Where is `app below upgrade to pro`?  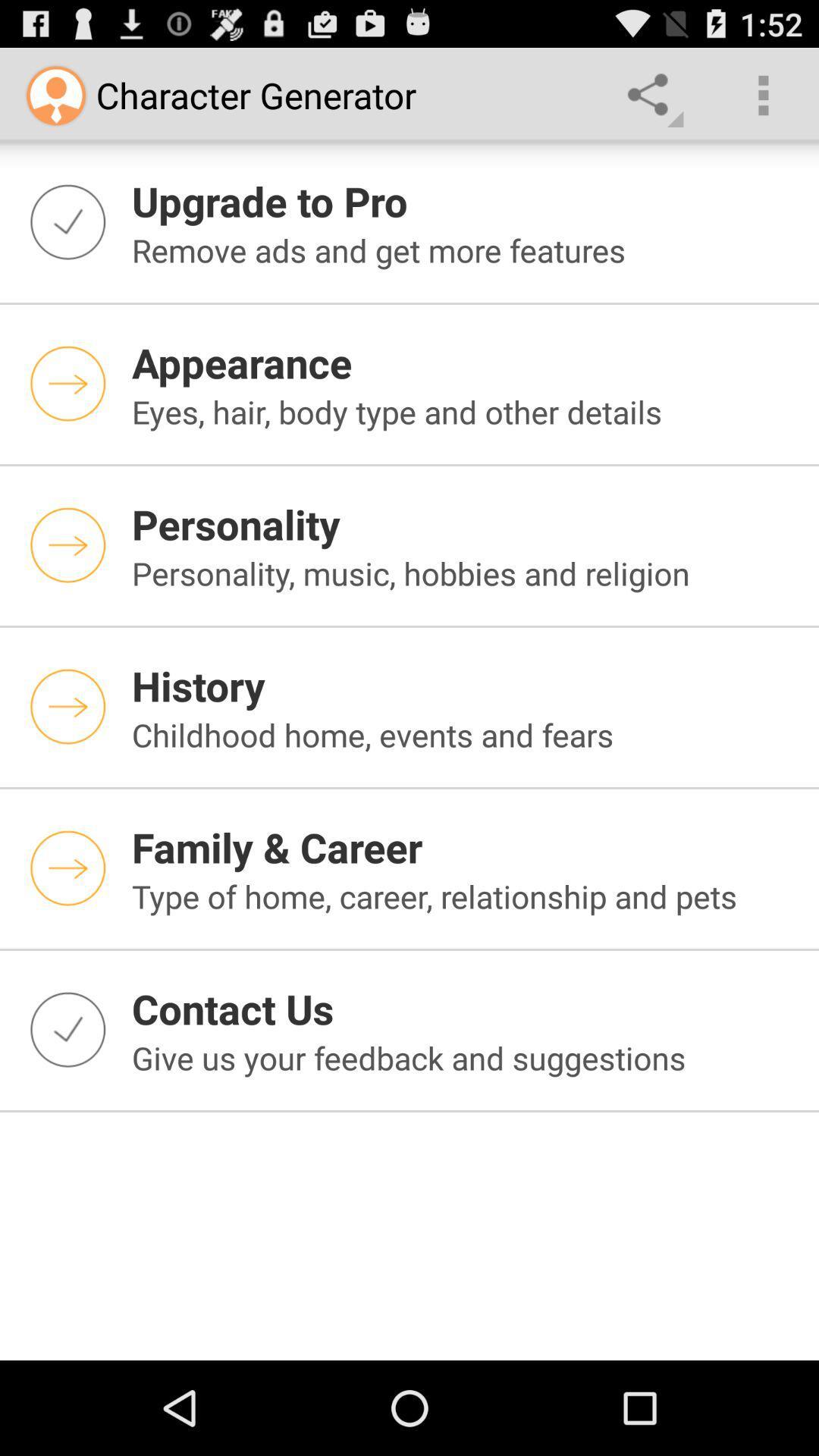
app below upgrade to pro is located at coordinates (465, 250).